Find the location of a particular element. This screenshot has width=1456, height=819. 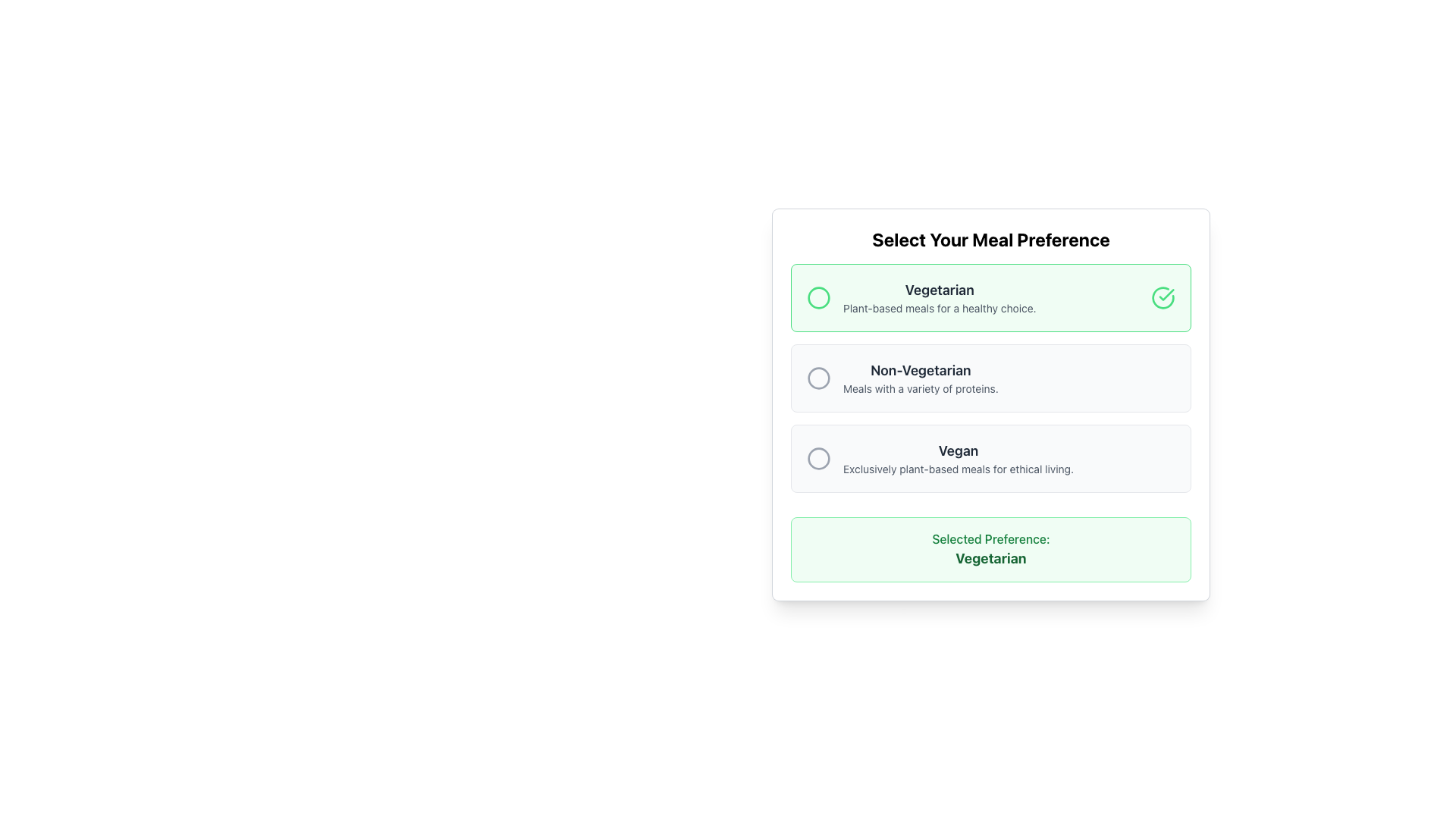

the text label displaying 'Selected Preference:' which is positioned at the bottom of the form in dark green color is located at coordinates (990, 538).